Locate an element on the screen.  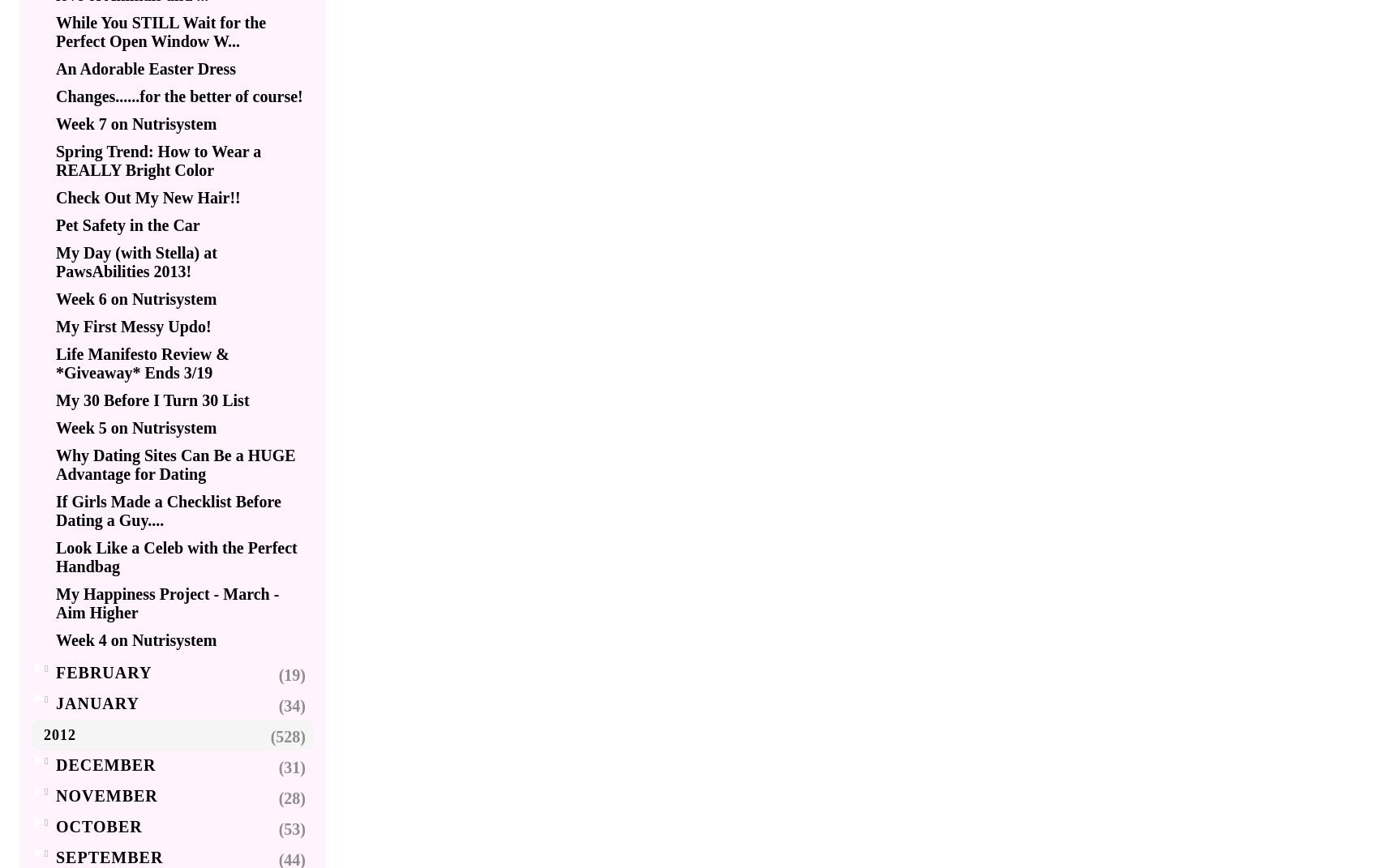
'December' is located at coordinates (105, 763).